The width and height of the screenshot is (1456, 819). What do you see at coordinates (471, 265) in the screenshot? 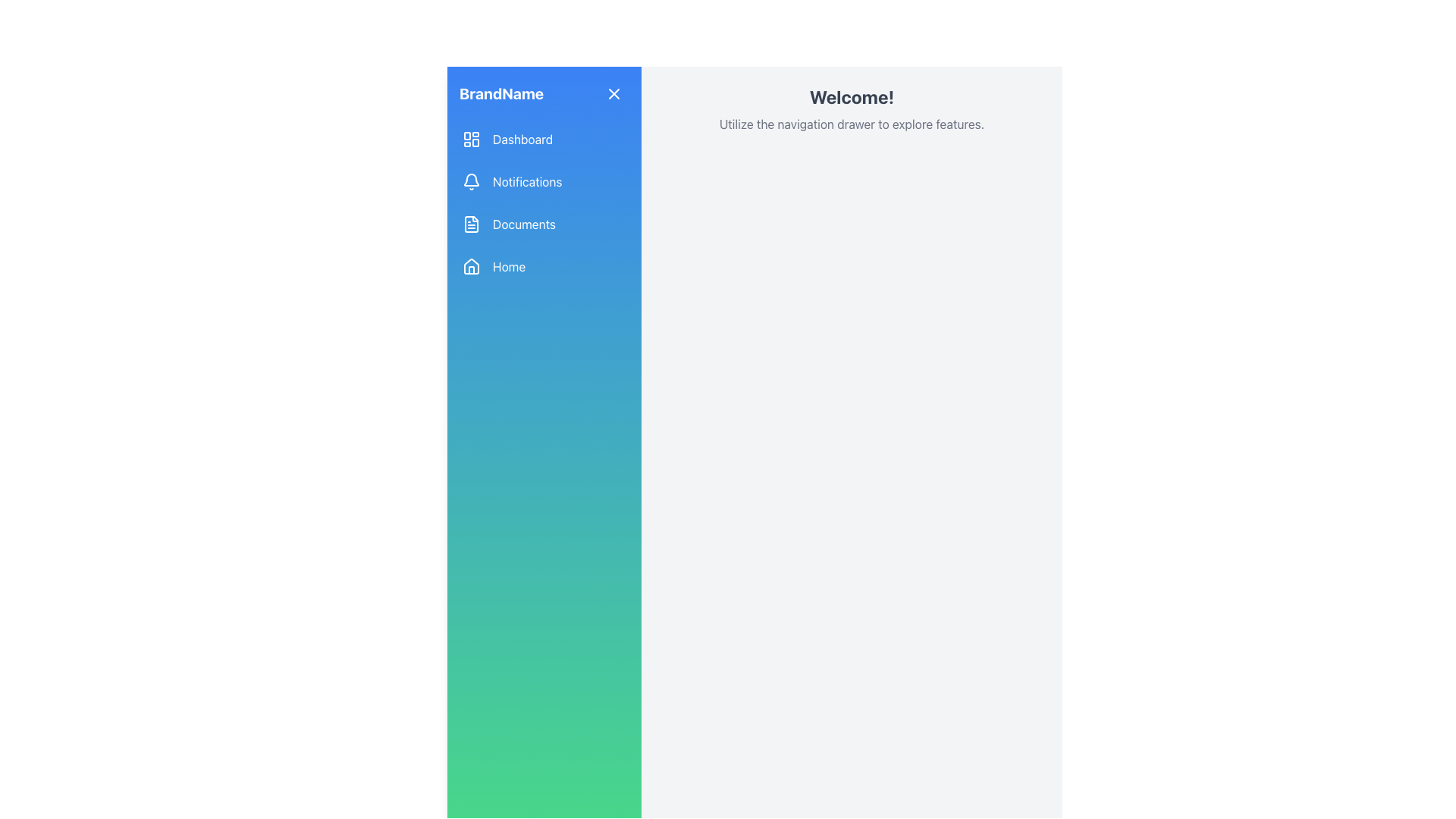
I see `the house icon in the Home navigation option within the sidebar, which features a triangular roof and rectangular base` at bounding box center [471, 265].